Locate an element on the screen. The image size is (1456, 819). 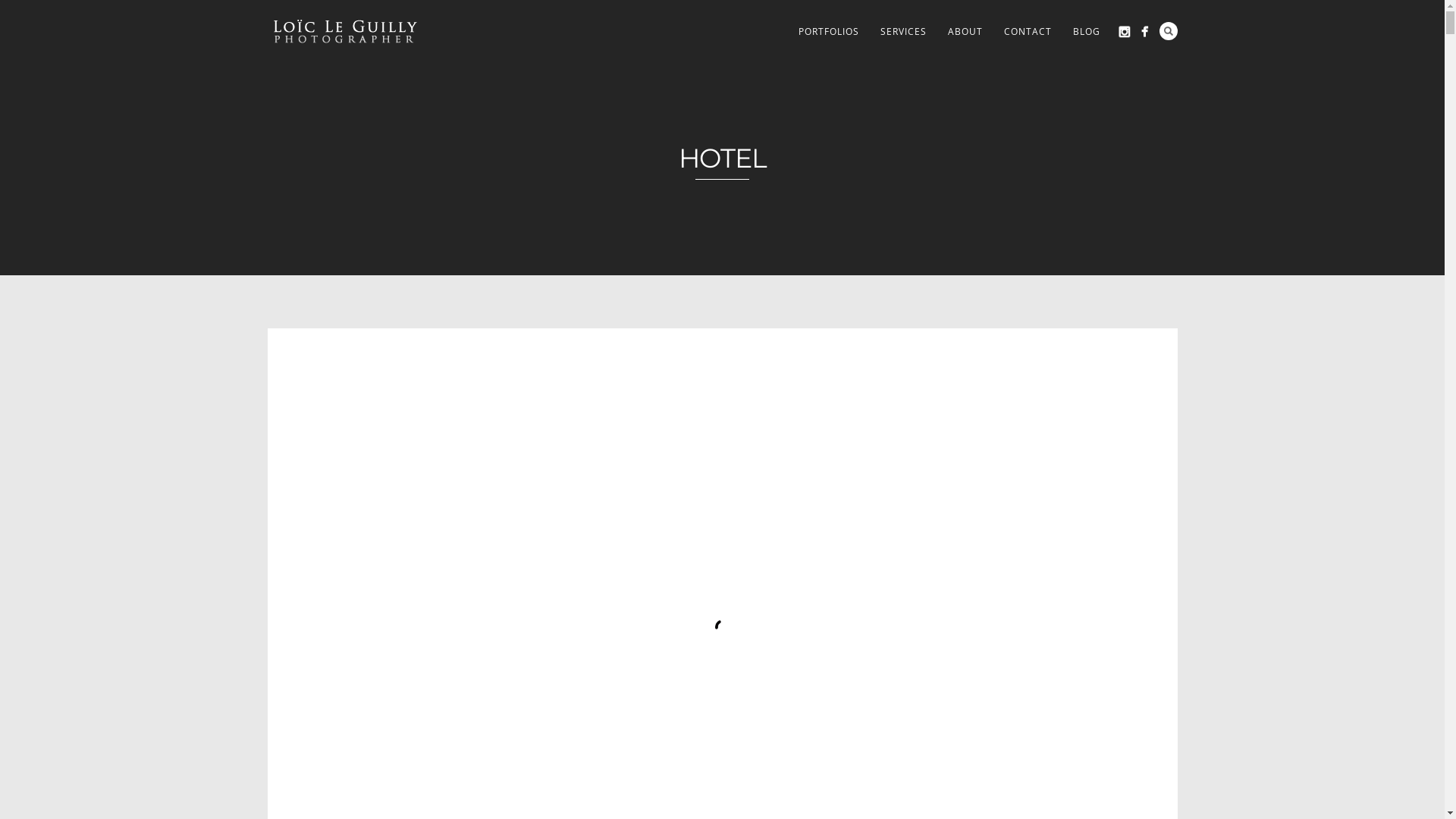
'Connect on Facebook' is located at coordinates (1134, 31).